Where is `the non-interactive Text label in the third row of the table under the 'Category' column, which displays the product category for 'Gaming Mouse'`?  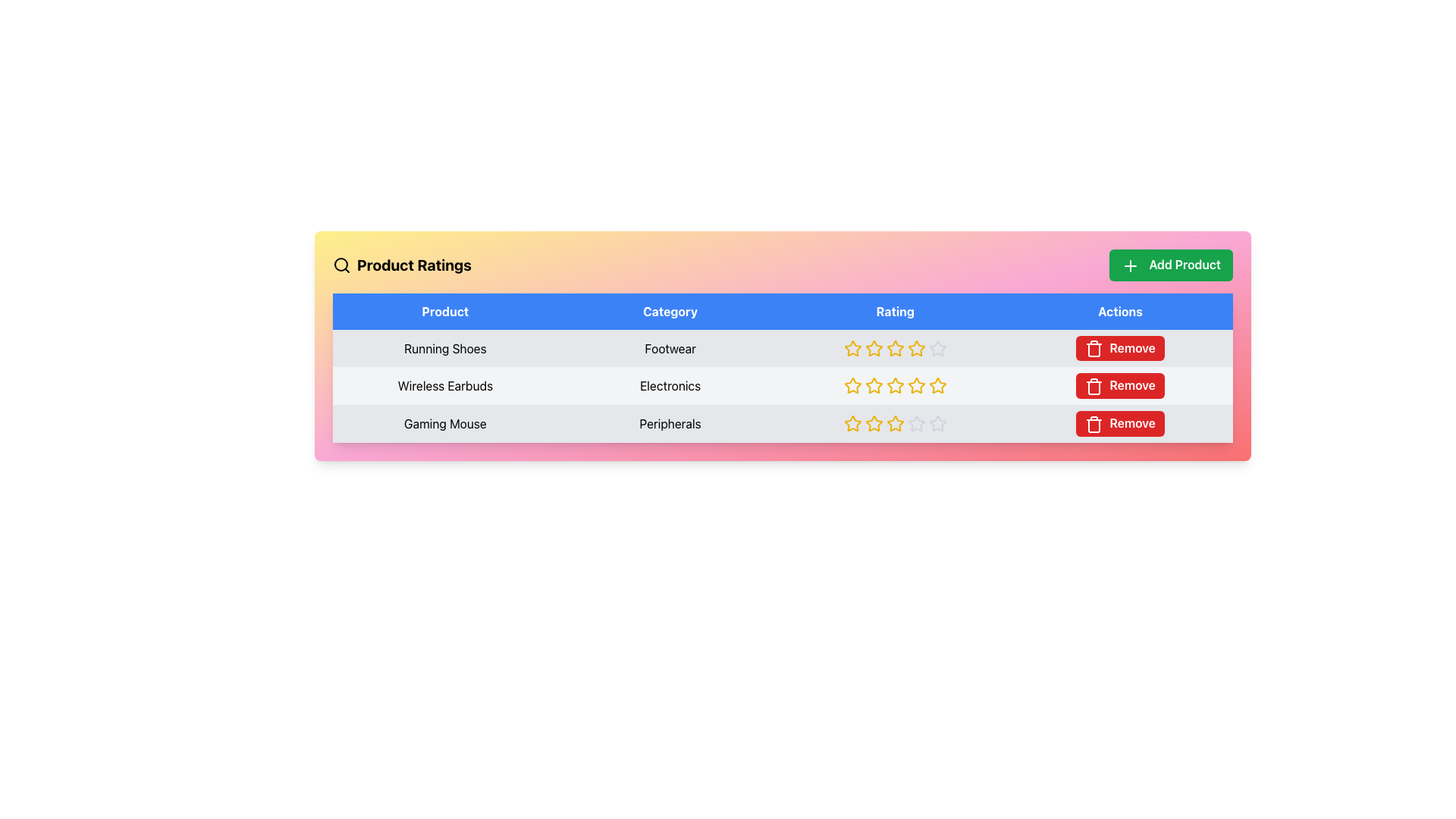 the non-interactive Text label in the third row of the table under the 'Category' column, which displays the product category for 'Gaming Mouse' is located at coordinates (670, 424).